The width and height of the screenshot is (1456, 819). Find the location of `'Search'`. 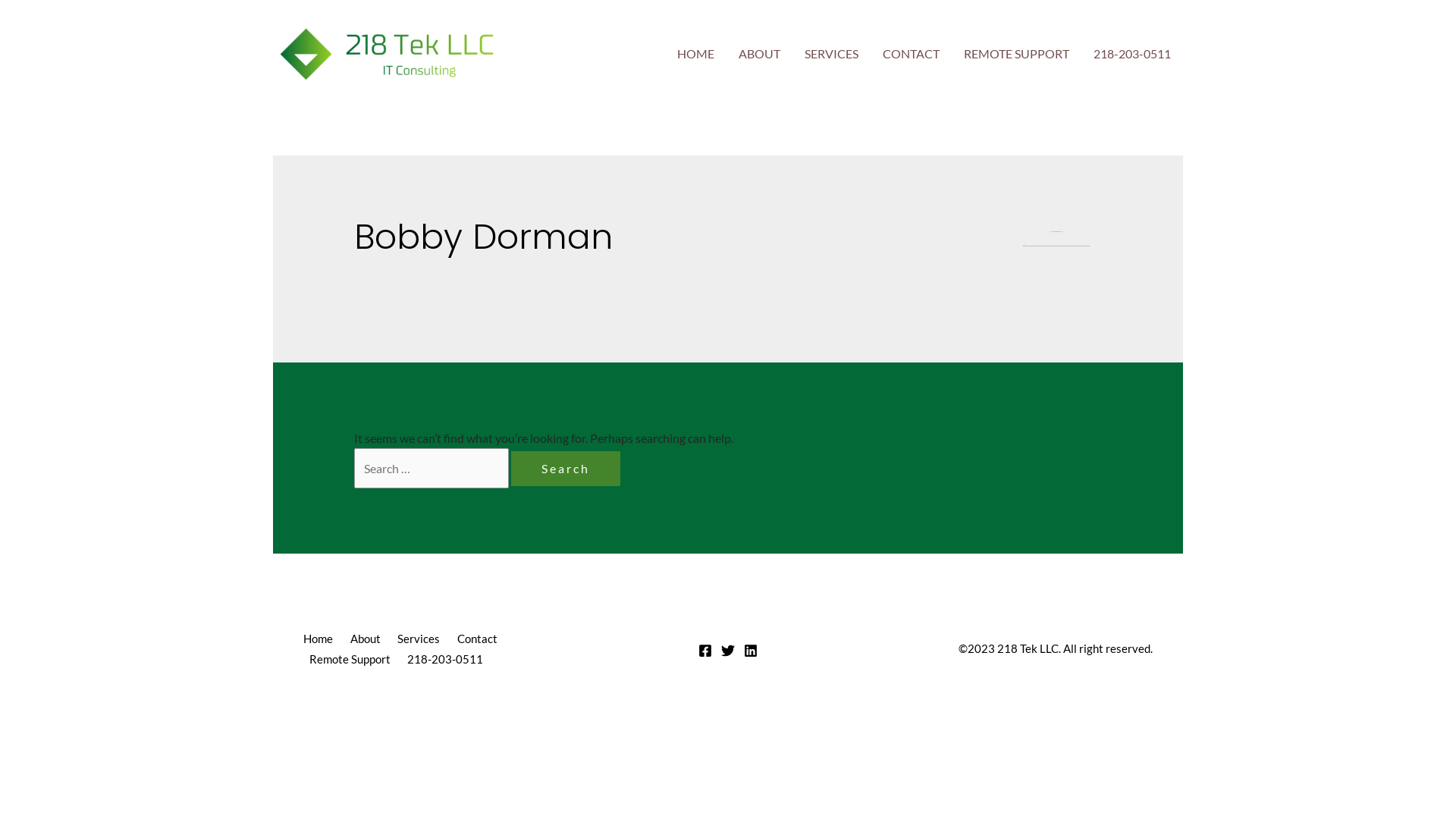

'Search' is located at coordinates (564, 467).